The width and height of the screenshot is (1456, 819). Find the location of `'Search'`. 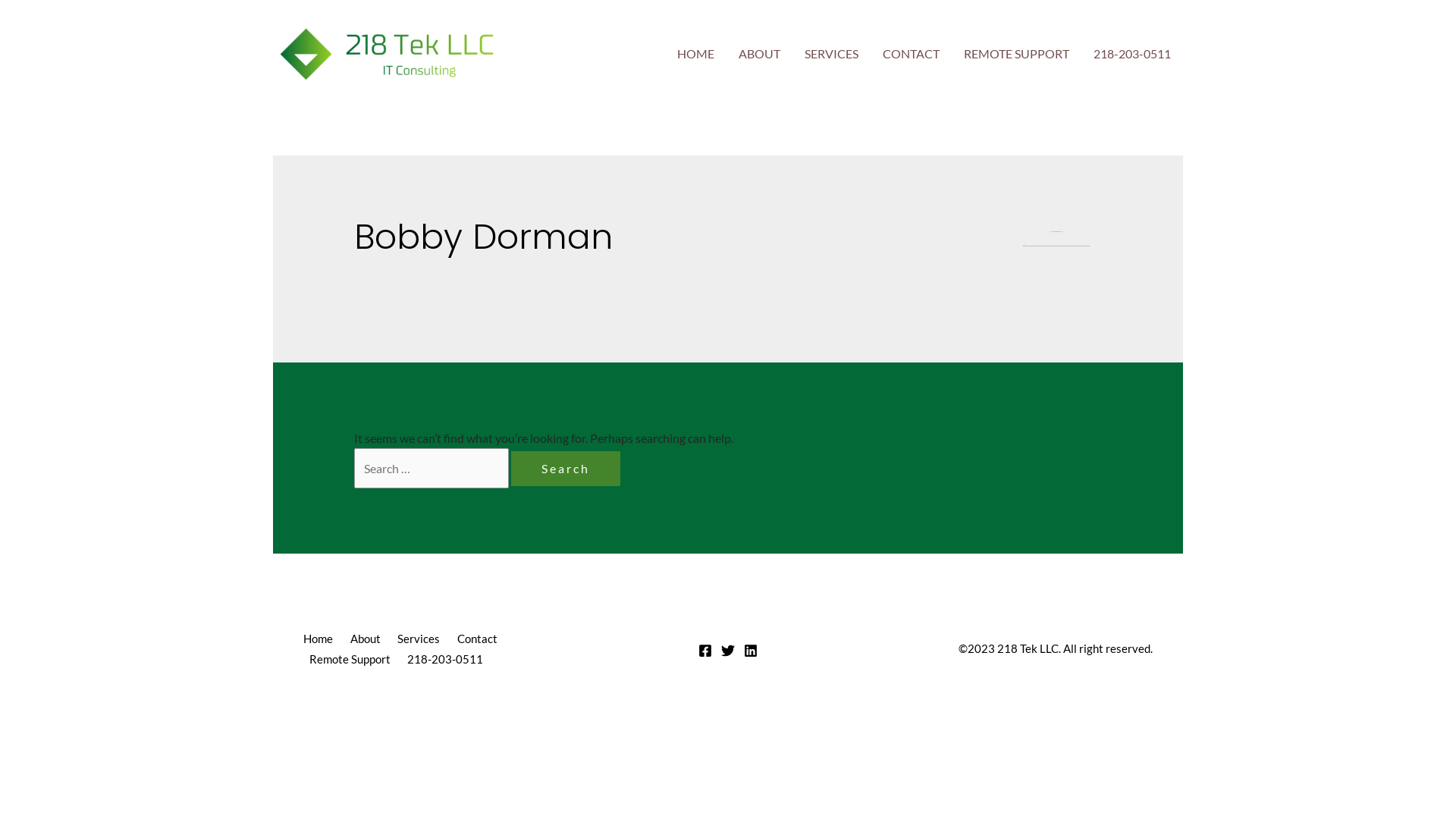

'Search' is located at coordinates (564, 467).